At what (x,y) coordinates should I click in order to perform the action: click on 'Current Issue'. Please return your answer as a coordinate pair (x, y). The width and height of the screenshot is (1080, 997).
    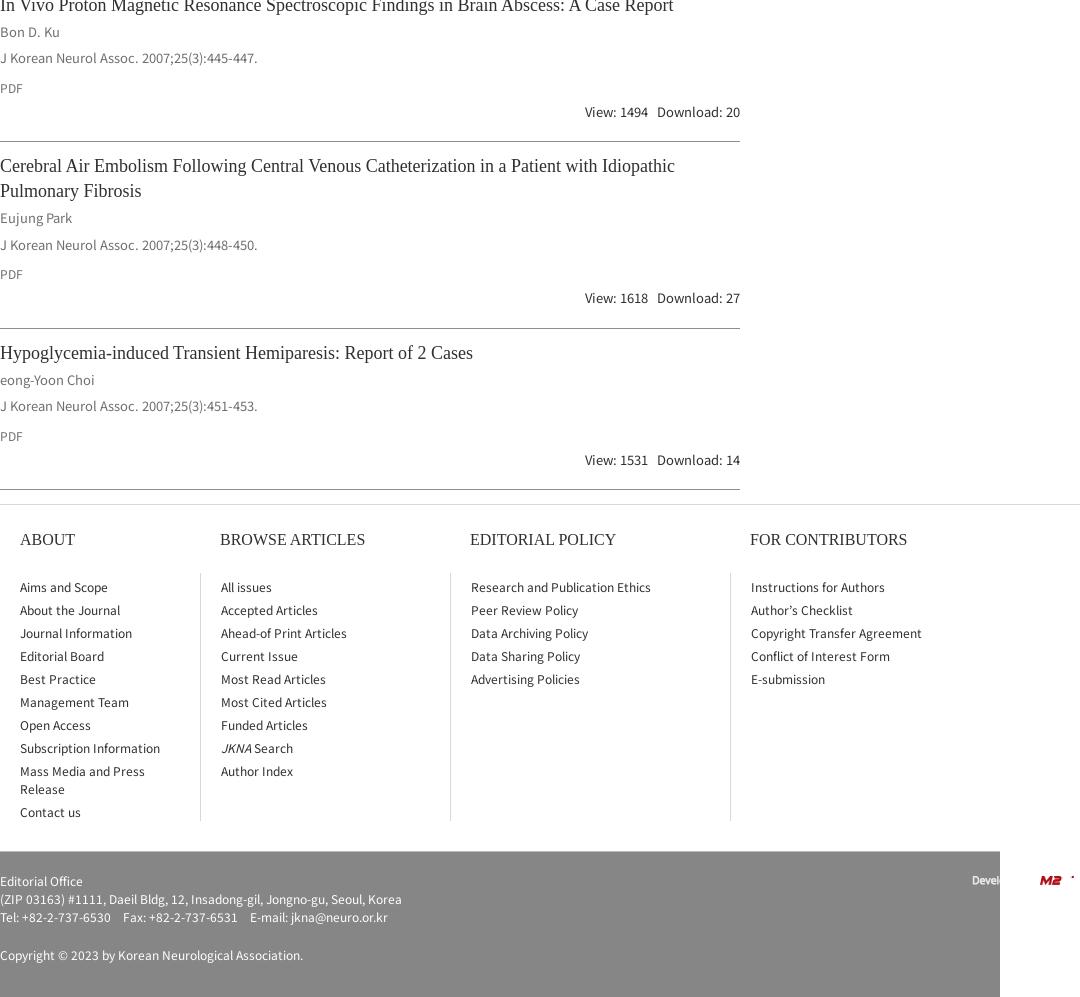
    Looking at the image, I should click on (258, 655).